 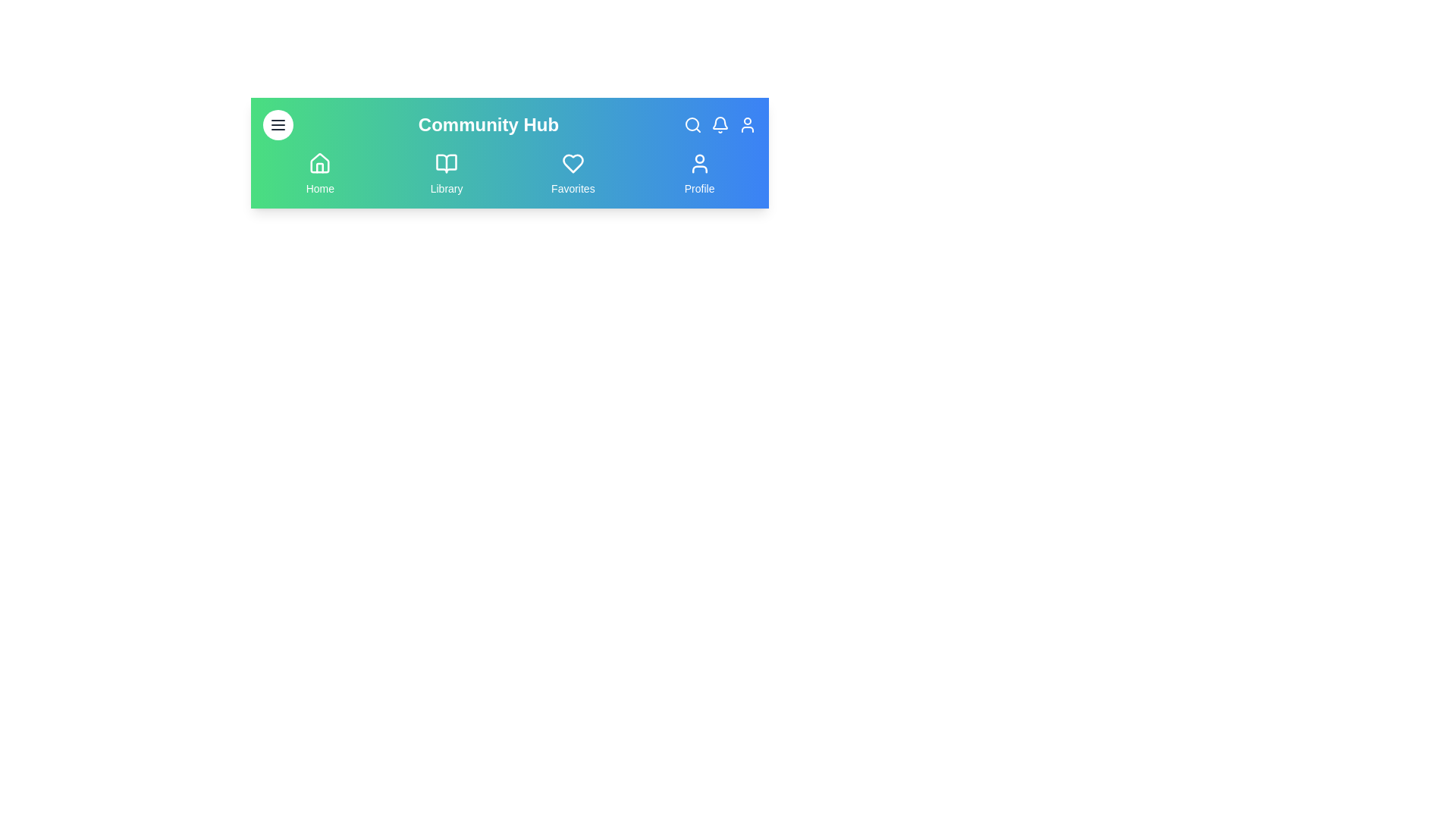 What do you see at coordinates (720, 124) in the screenshot?
I see `the Notifications icon in the top right of the navigation bar` at bounding box center [720, 124].